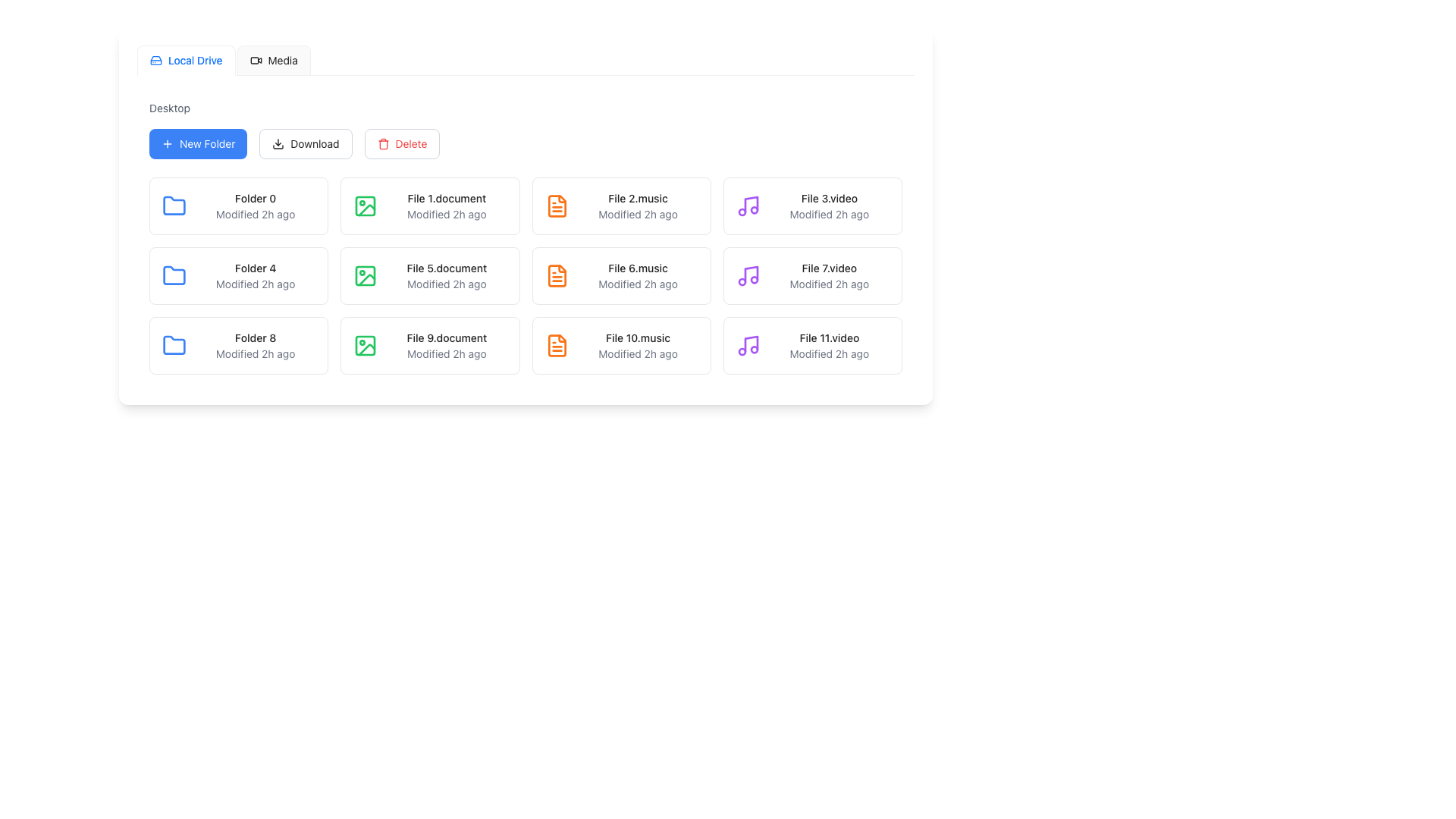 The height and width of the screenshot is (819, 1456). Describe the element at coordinates (185, 60) in the screenshot. I see `the 'Local Drive' tab, which is the first option in the horizontal tab menu` at that location.